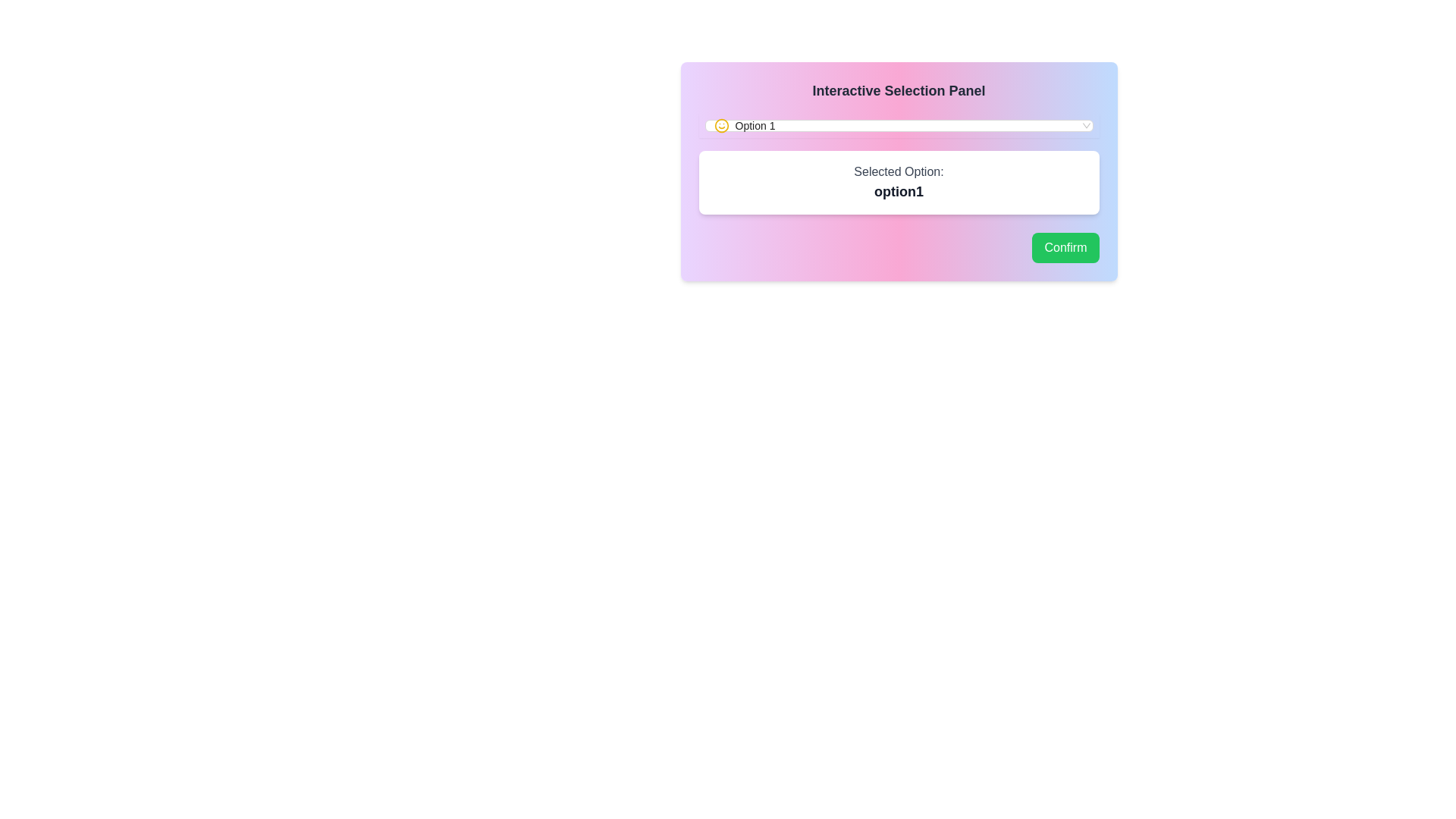 This screenshot has height=819, width=1456. Describe the element at coordinates (755, 124) in the screenshot. I see `the label that displays the currently selected option in the dropdown field located at the top-left of the panel, to the right of the yellow smiley icon` at that location.